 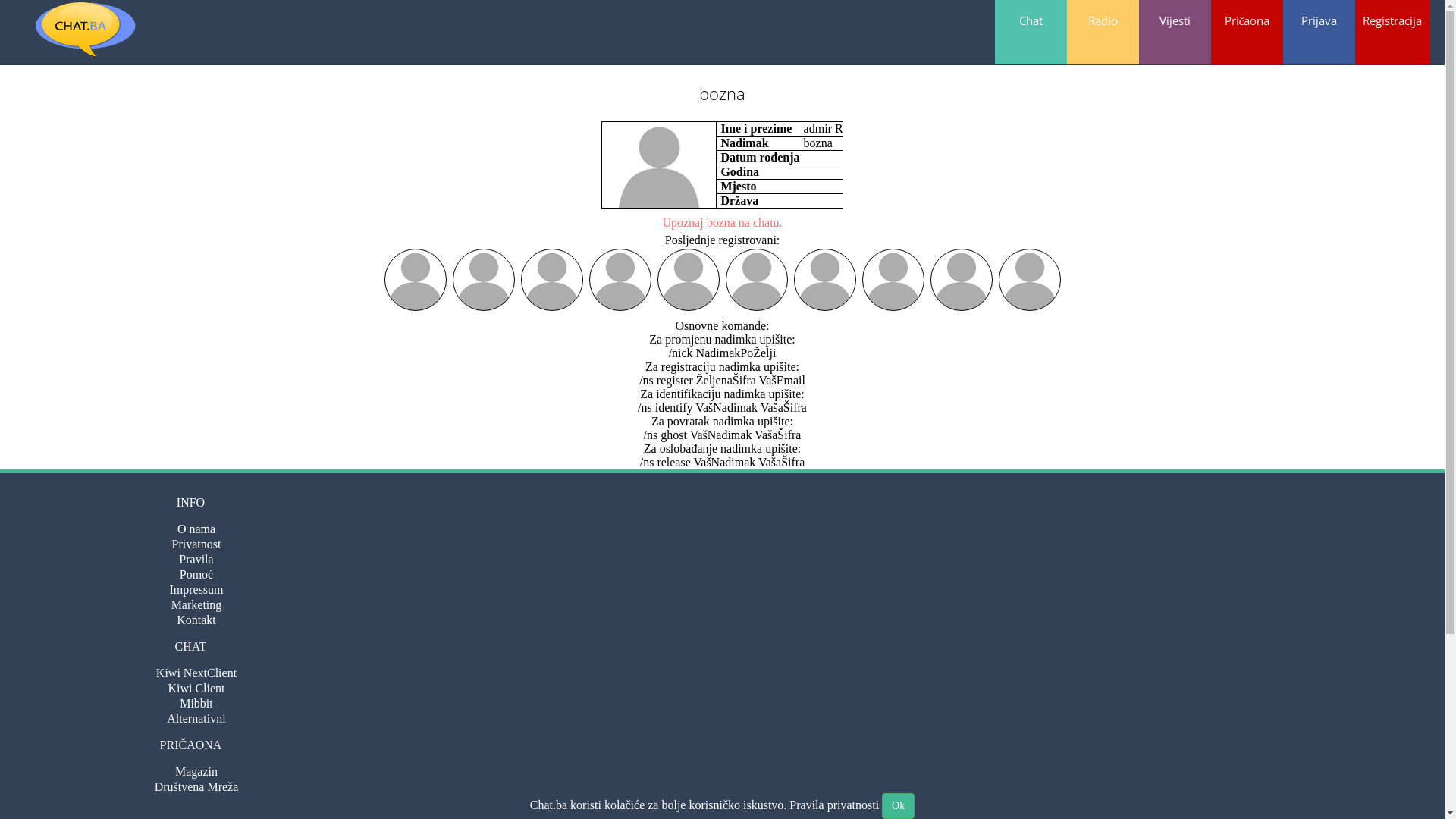 I want to click on 'Chat', so click(x=1031, y=32).